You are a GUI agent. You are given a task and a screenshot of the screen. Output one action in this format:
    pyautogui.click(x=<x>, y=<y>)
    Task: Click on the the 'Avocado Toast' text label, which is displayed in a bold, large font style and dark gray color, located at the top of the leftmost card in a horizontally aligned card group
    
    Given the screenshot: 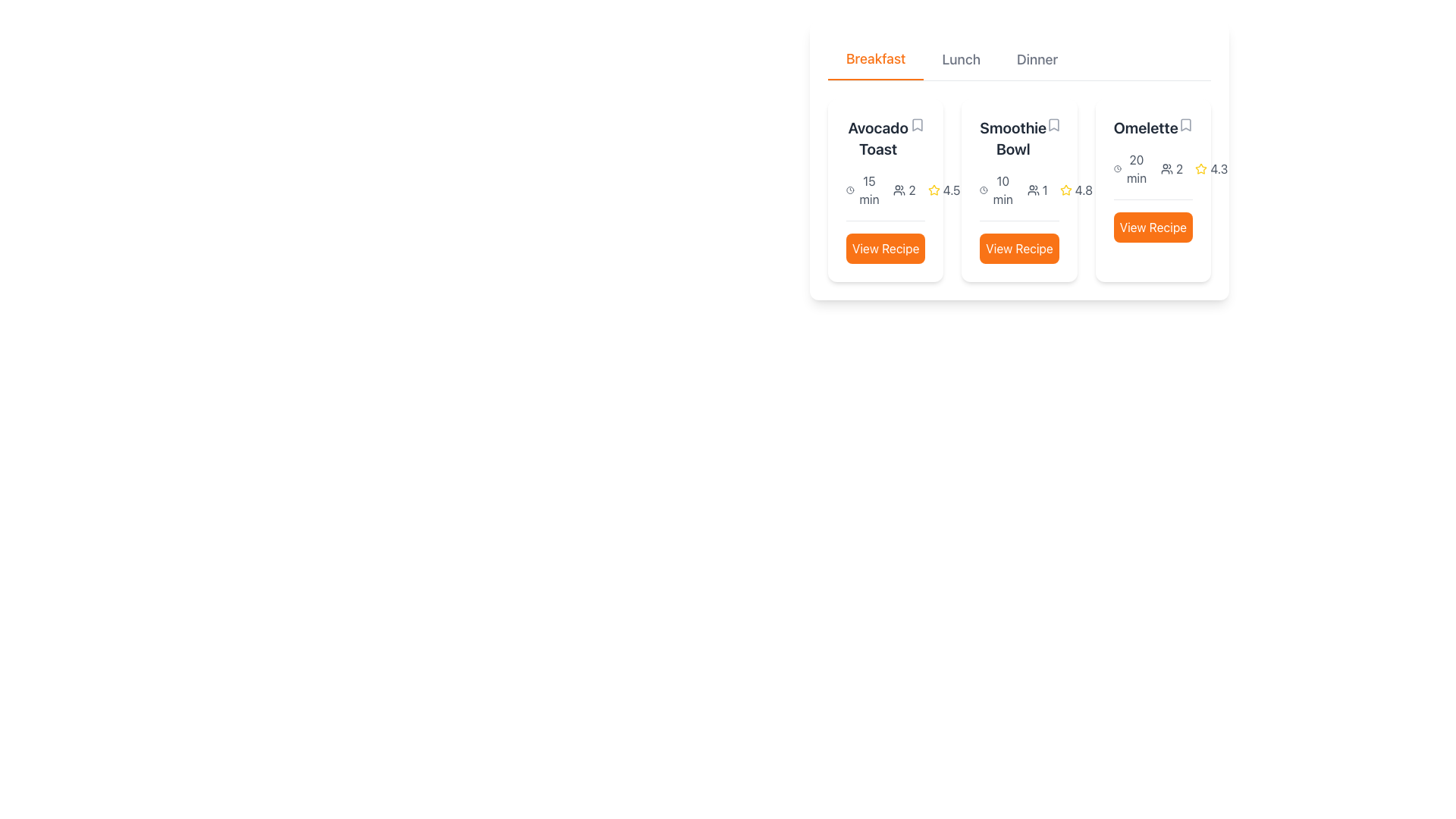 What is the action you would take?
    pyautogui.click(x=878, y=138)
    